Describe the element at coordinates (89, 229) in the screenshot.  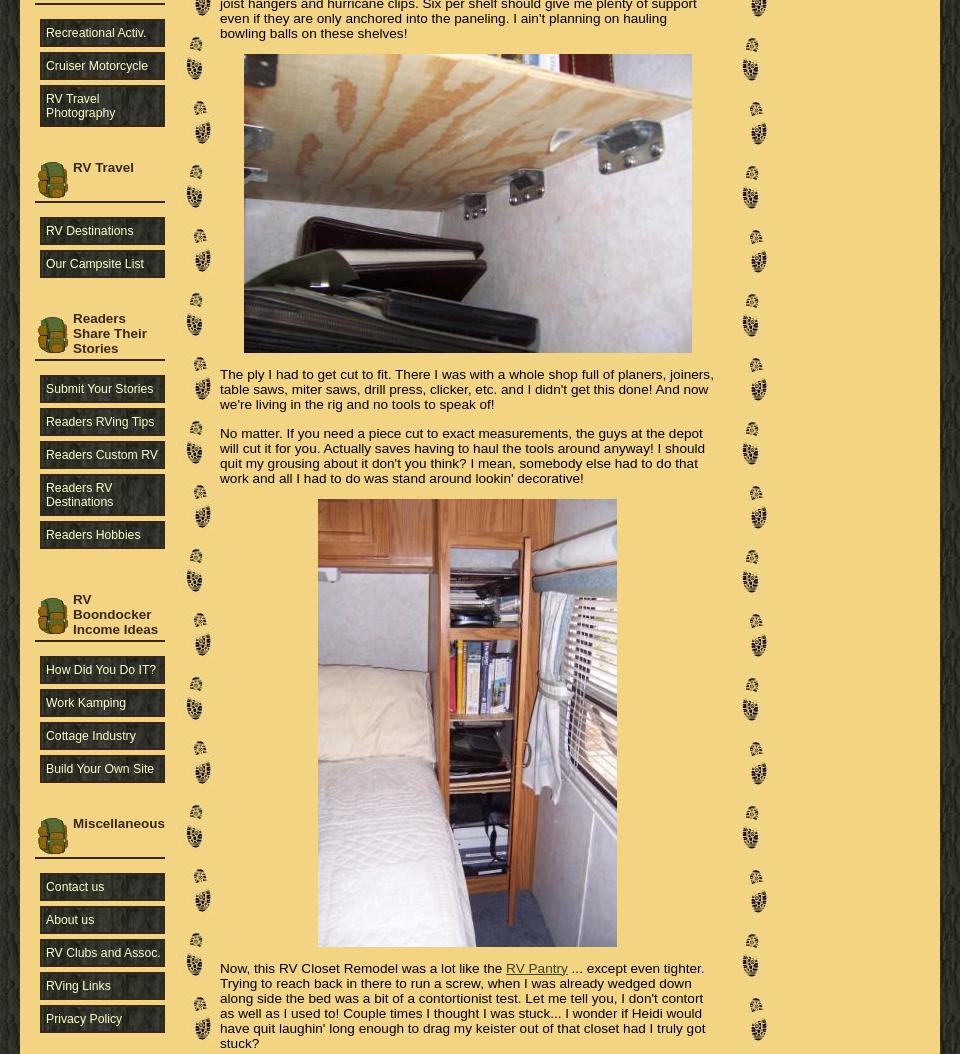
I see `'RV Destinations'` at that location.